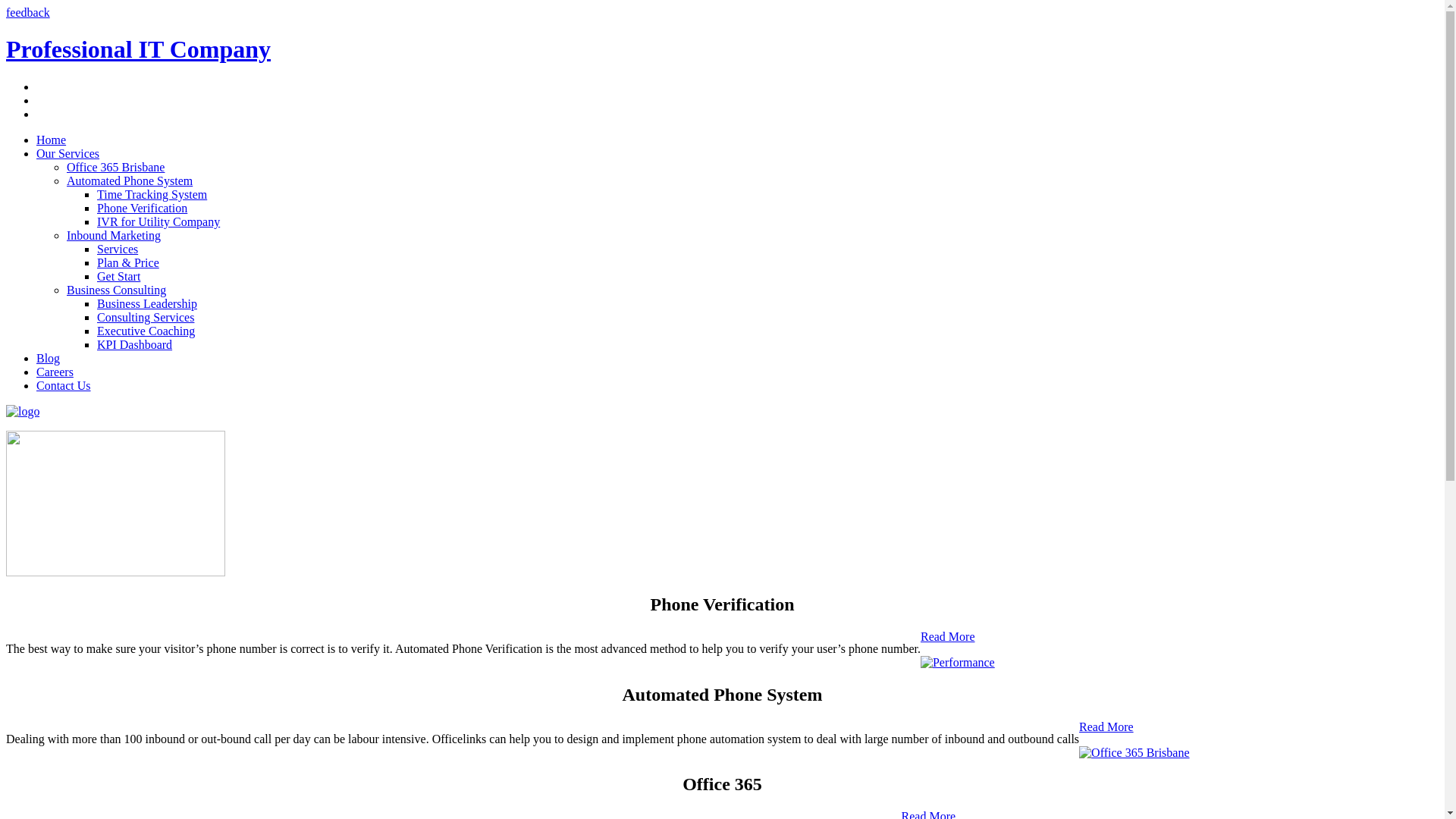 The width and height of the screenshot is (1456, 819). I want to click on 'Executive Coaching', so click(146, 330).